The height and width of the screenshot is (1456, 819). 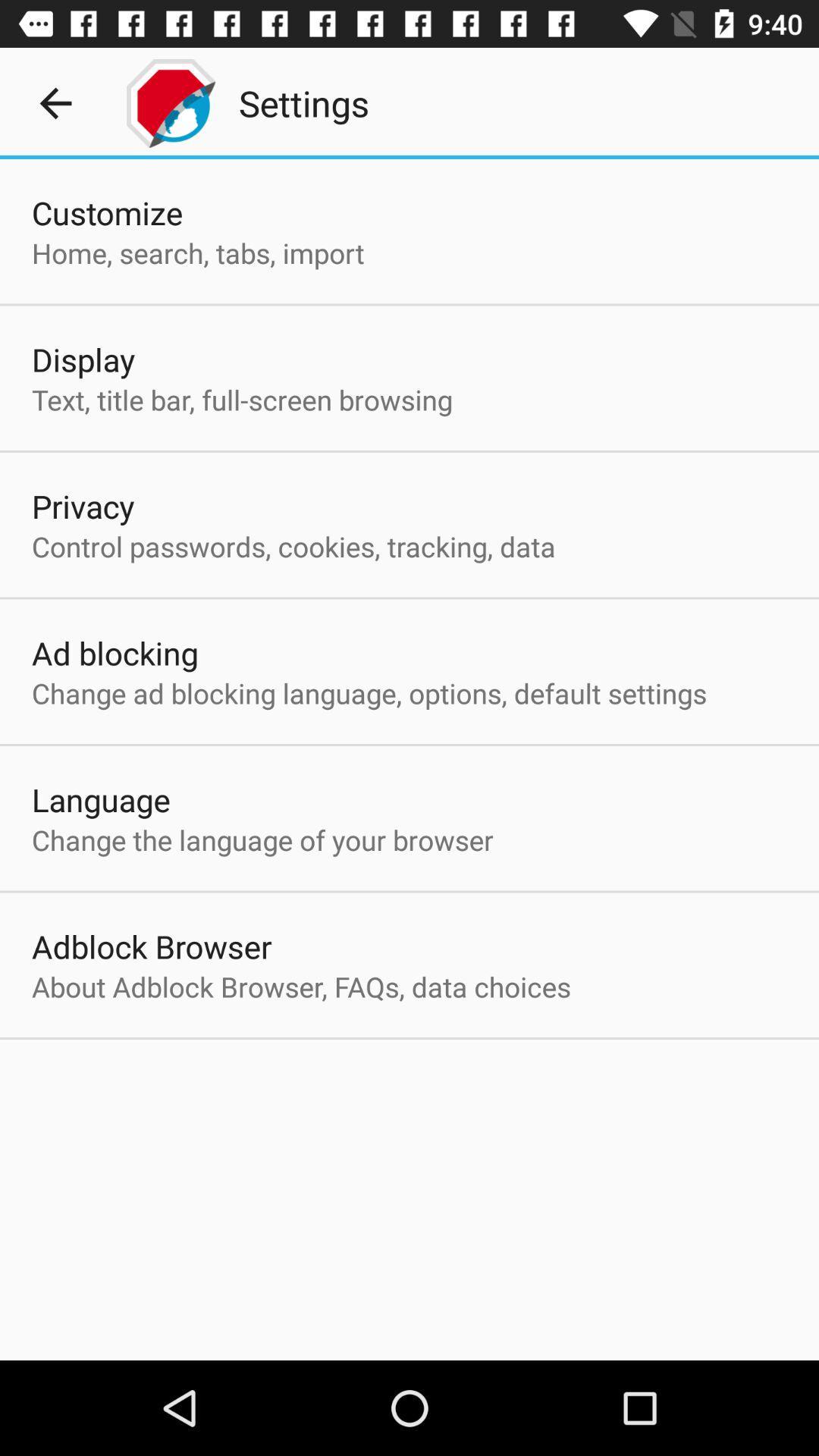 I want to click on the icon above control passwords cookies icon, so click(x=83, y=506).